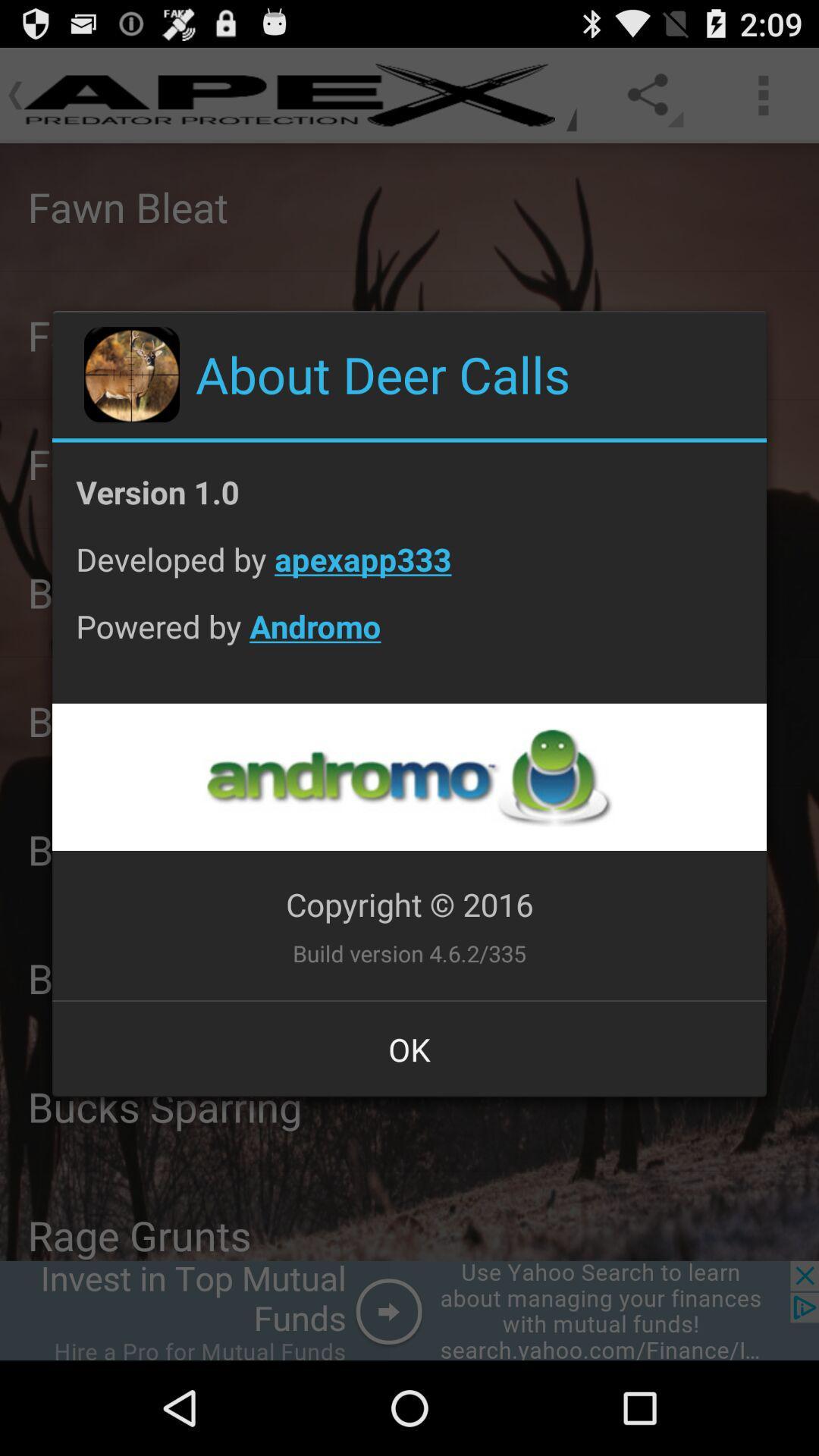  I want to click on icon below version 1.0 icon, so click(409, 570).